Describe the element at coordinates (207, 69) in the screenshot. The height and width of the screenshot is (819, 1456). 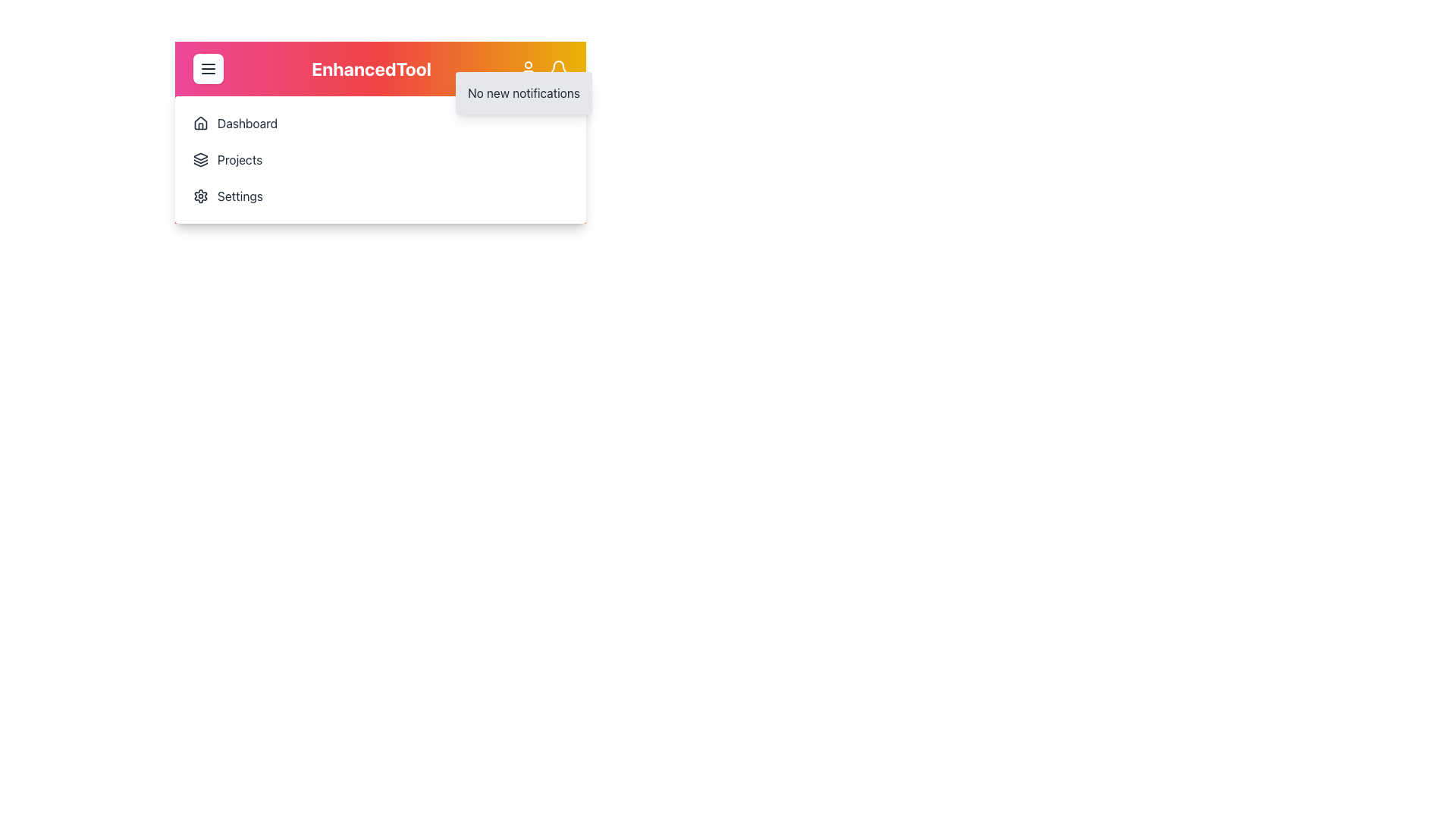
I see `the hamburger menu button located at the far left of the header section` at that location.